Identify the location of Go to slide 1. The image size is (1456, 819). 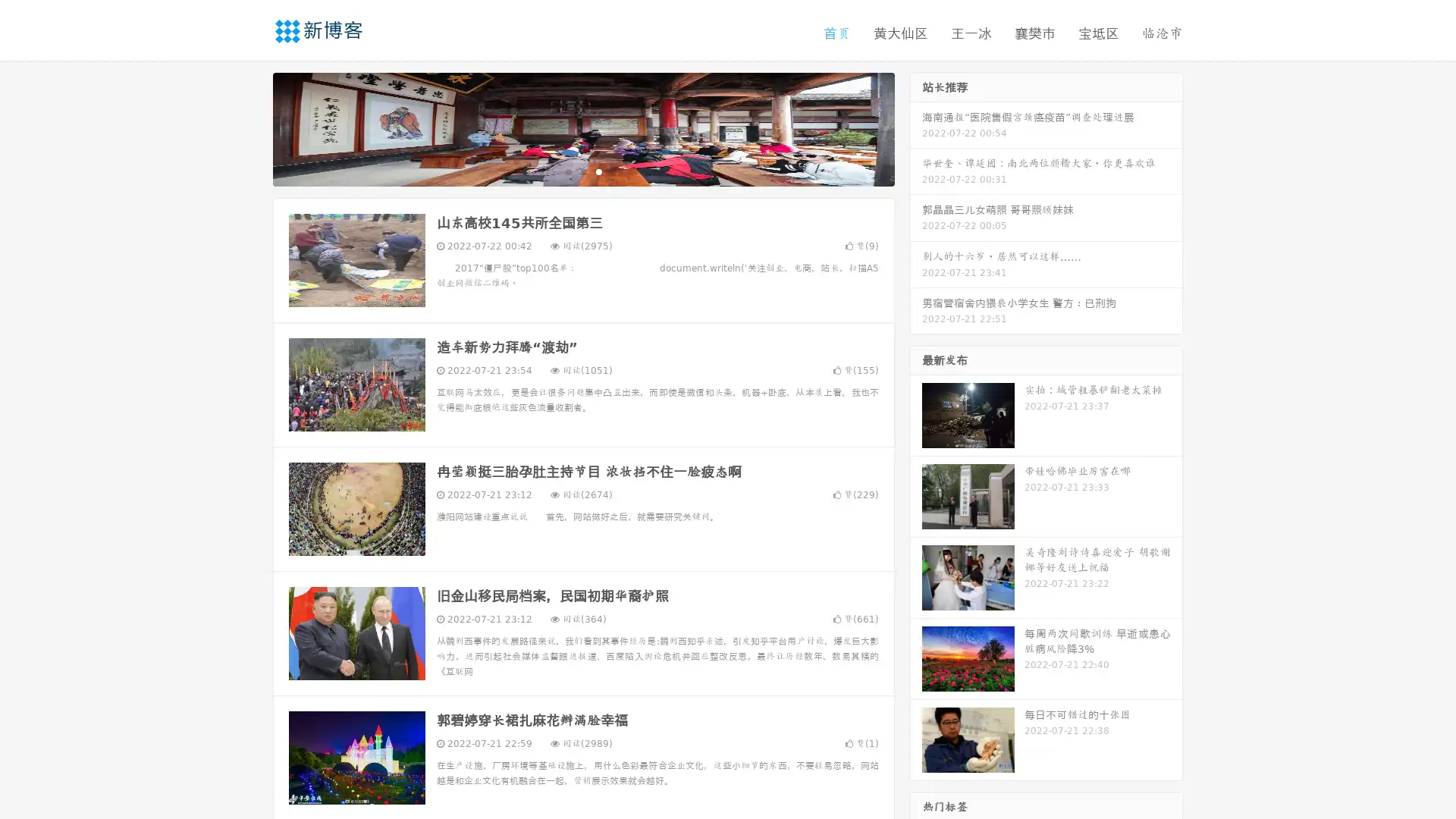
(567, 171).